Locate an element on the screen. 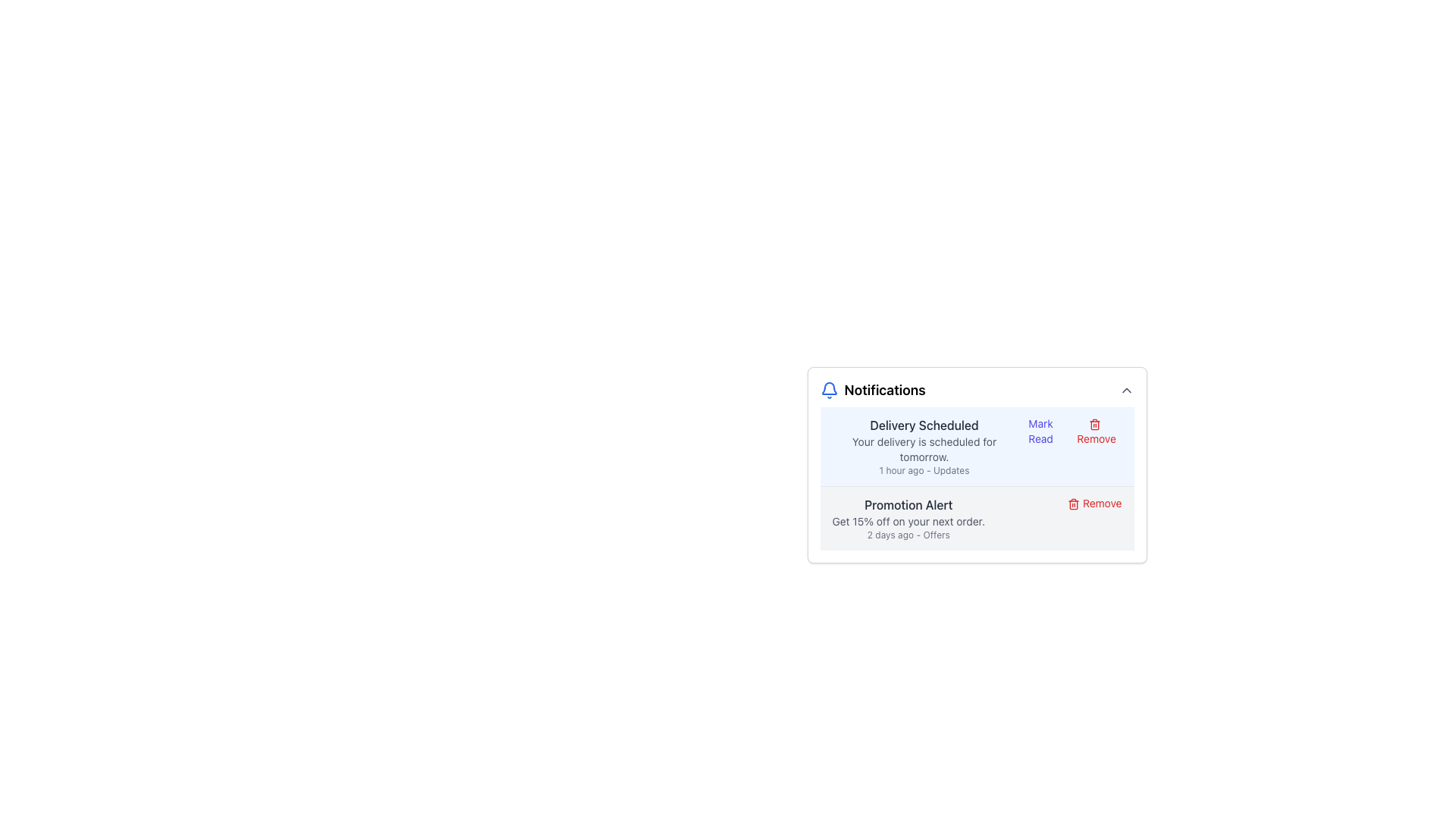 The width and height of the screenshot is (1456, 819). the decorative bell icon representing notifications located to the left of the 'Notifications' title in the notifications panel is located at coordinates (828, 388).